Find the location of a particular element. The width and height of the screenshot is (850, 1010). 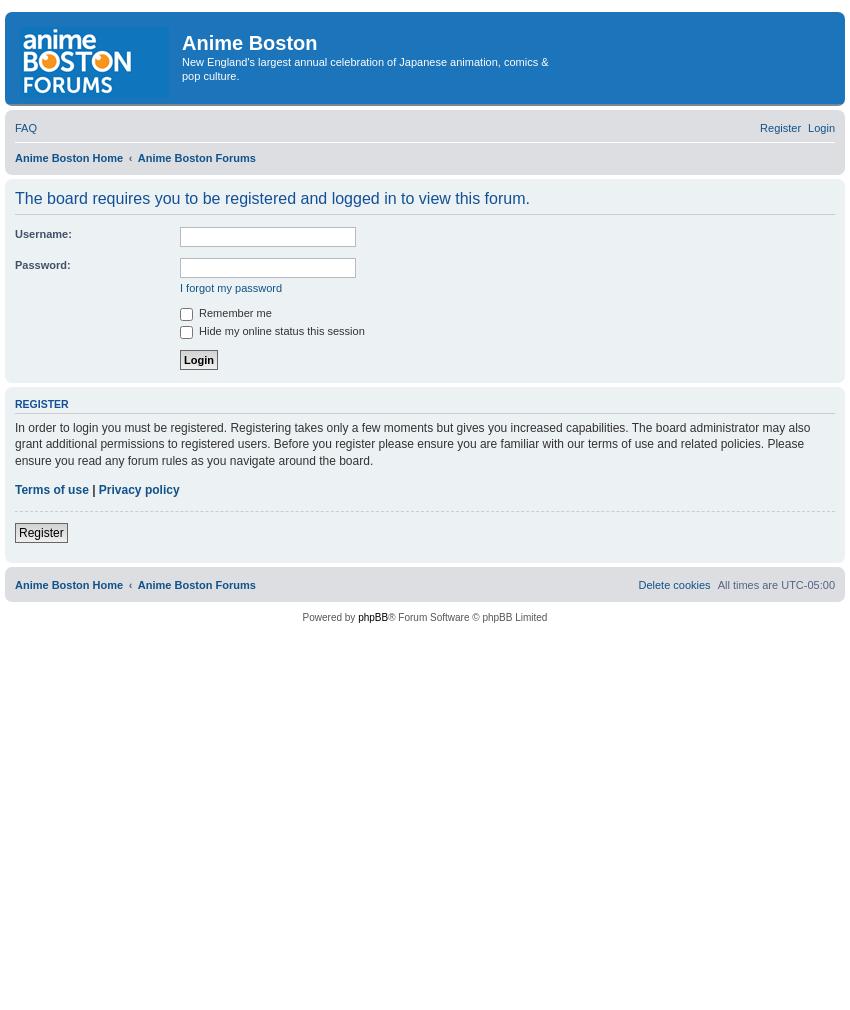

'phpBB' is located at coordinates (357, 615).